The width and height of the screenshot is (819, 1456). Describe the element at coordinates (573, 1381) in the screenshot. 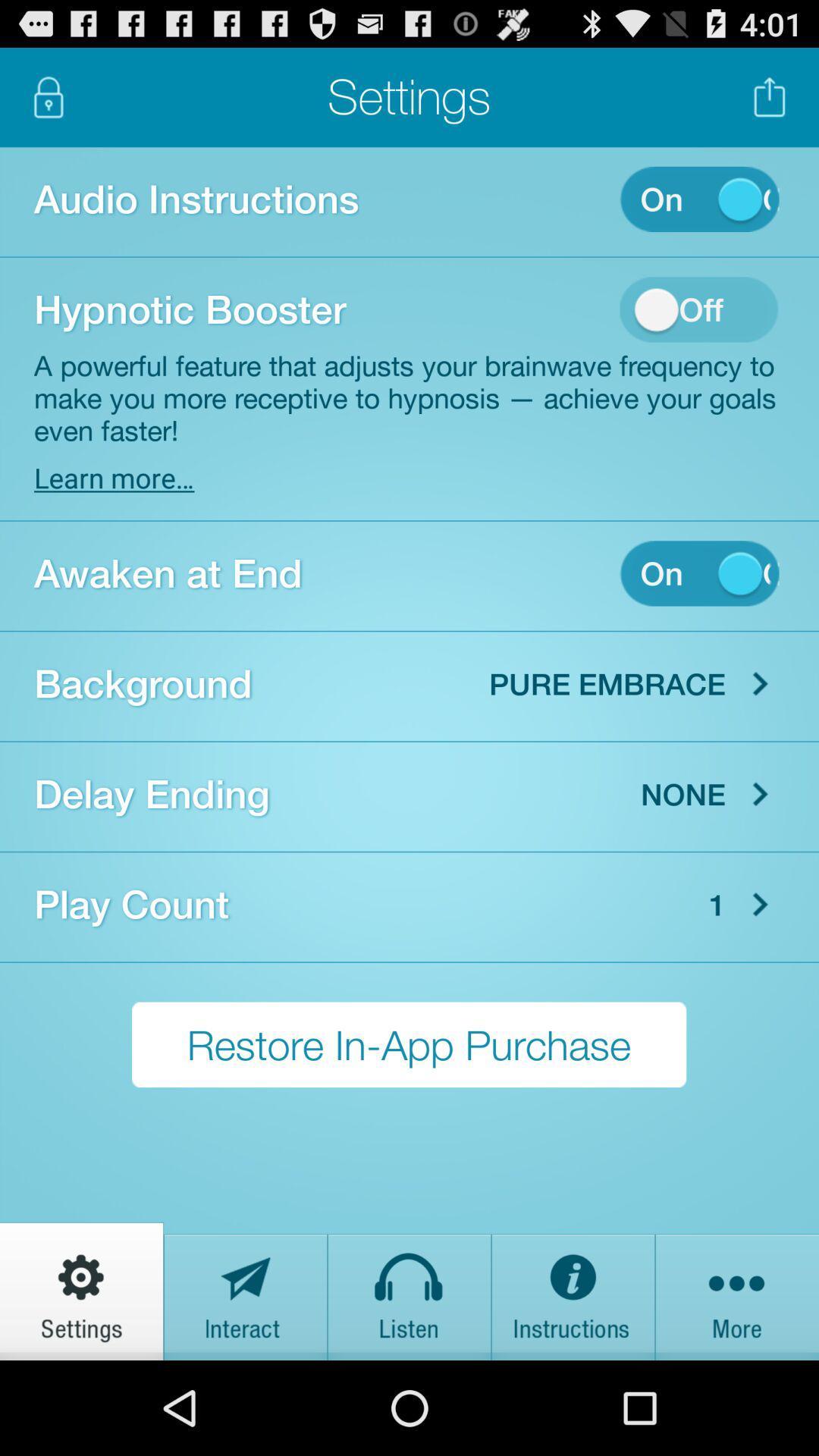

I see `the info icon` at that location.